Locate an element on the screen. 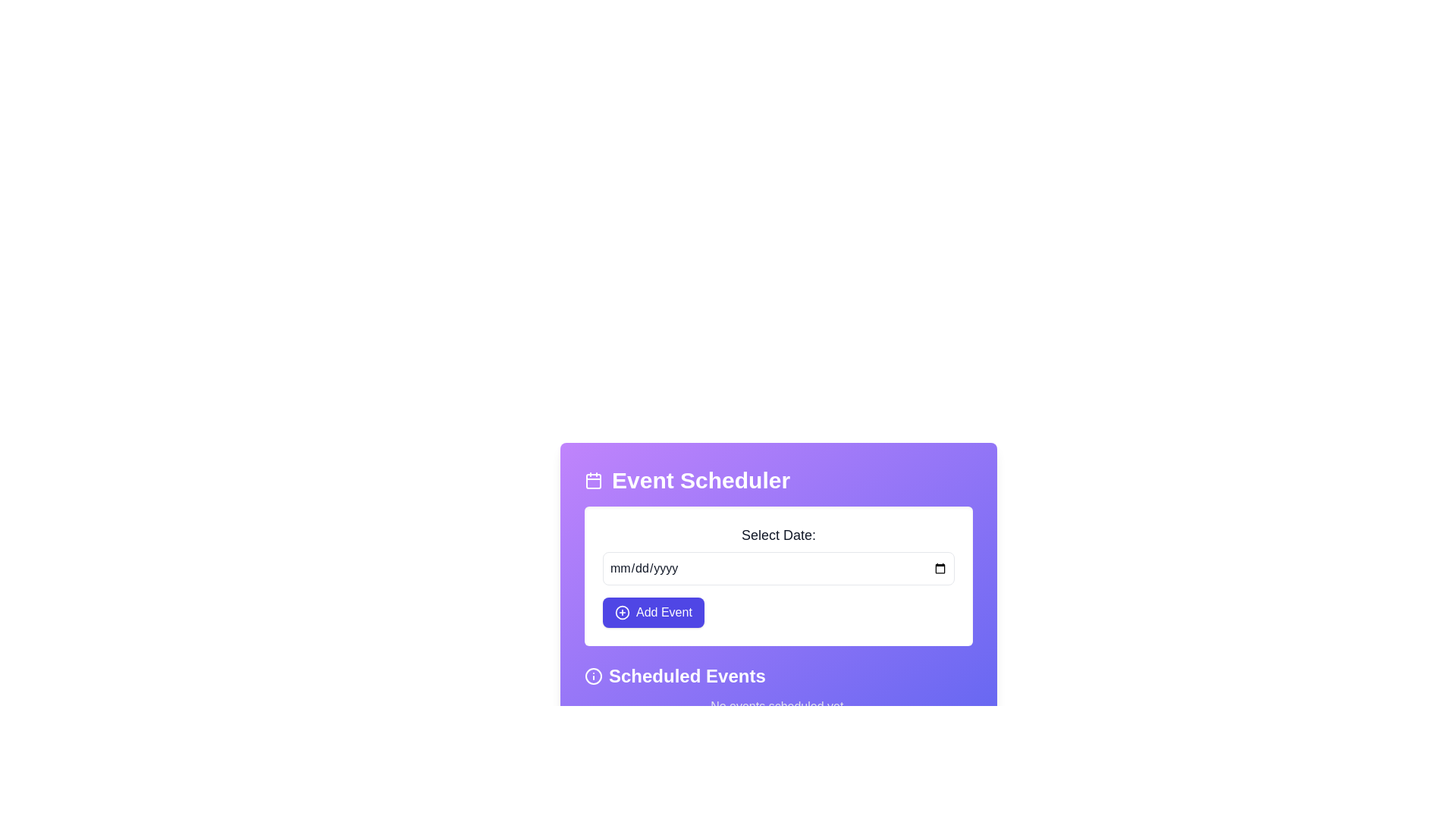 This screenshot has height=819, width=1456. the Static Text Display element that shows 'No events scheduled yet.' in light text color against a purple background, located in the 'Scheduled Events' section is located at coordinates (779, 707).